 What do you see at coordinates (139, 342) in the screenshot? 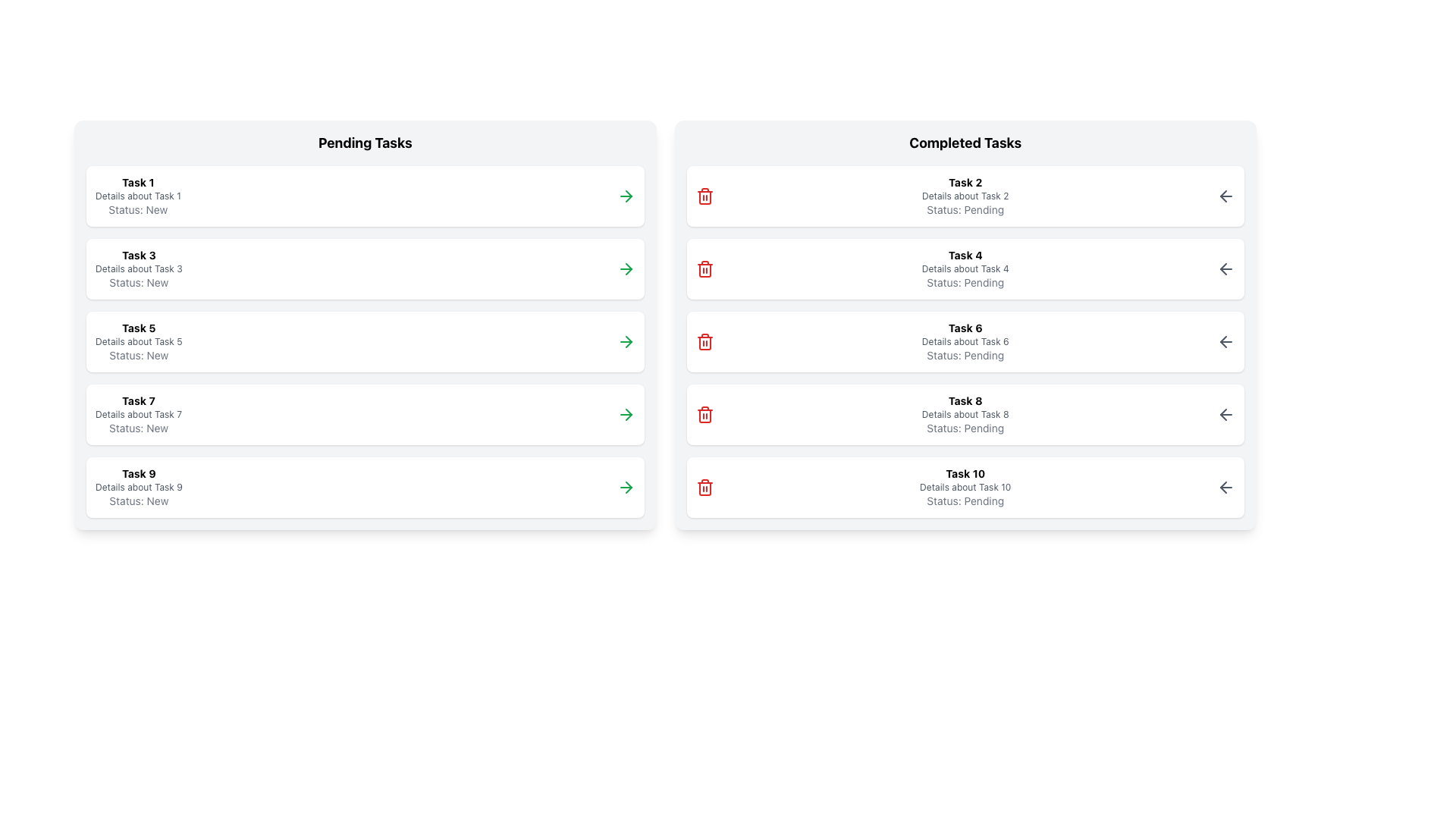
I see `text content of the text block titled 'Task 5', which includes 'Details about Task 5' and 'Status: New'` at bounding box center [139, 342].